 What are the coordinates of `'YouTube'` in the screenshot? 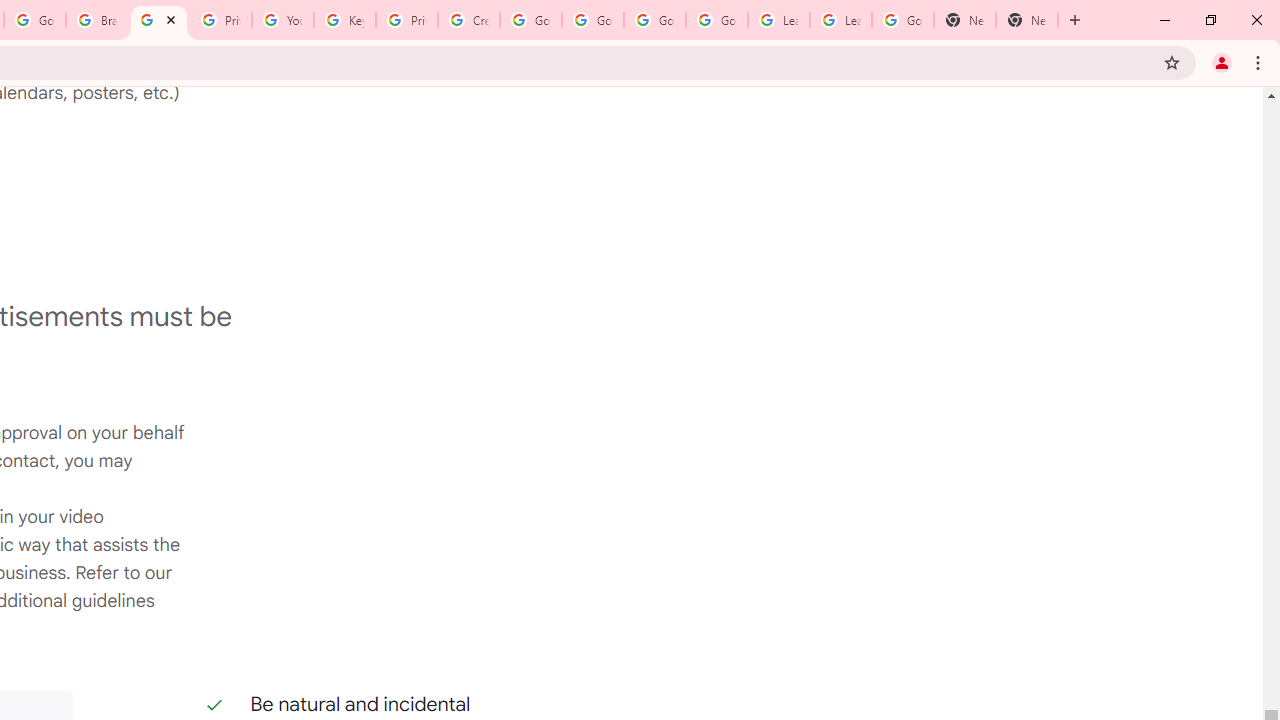 It's located at (281, 20).